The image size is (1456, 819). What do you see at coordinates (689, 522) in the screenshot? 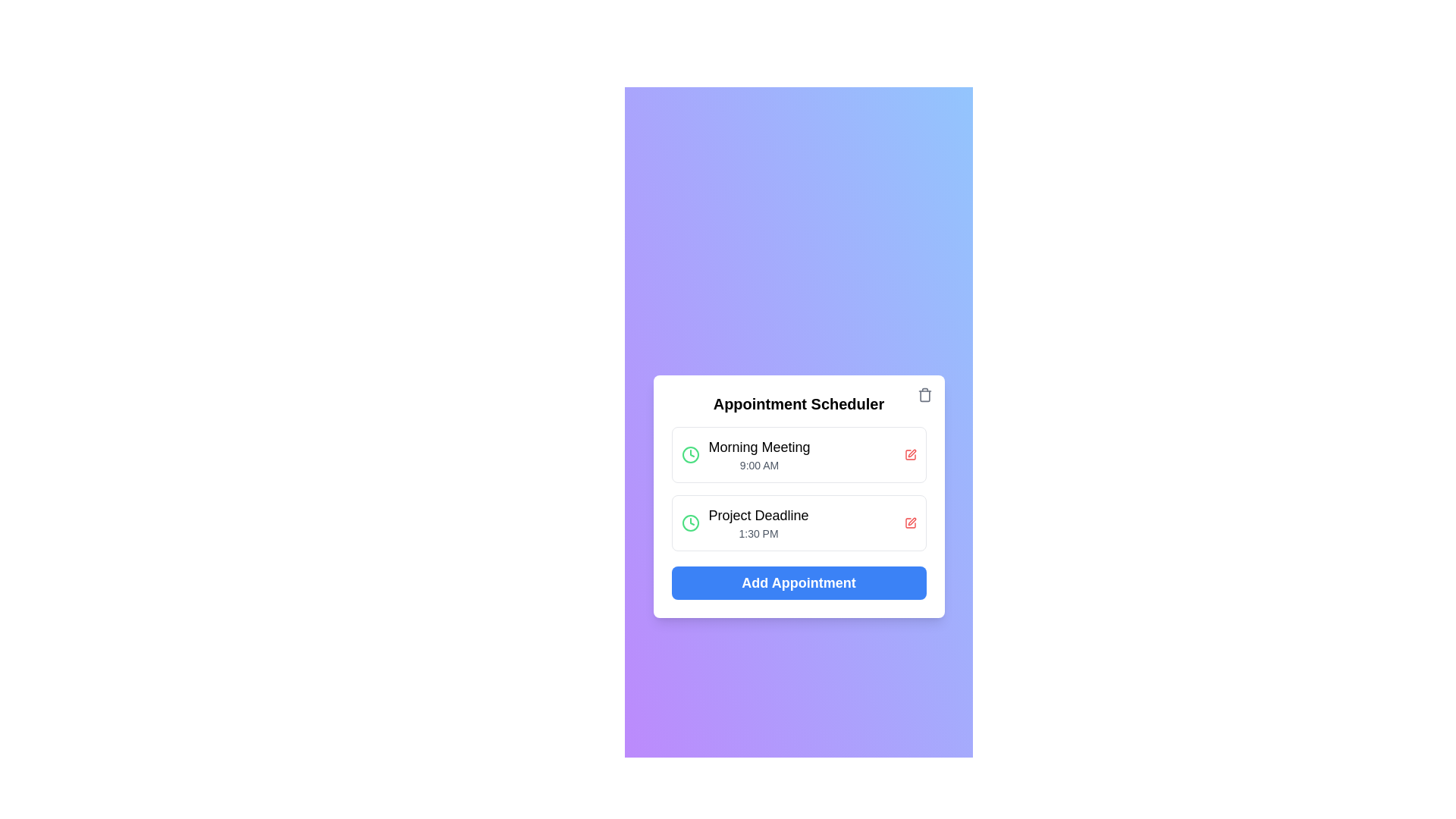
I see `the time icon located to the left of the text '1:30 PM' under the 'Project Deadline' label` at bounding box center [689, 522].